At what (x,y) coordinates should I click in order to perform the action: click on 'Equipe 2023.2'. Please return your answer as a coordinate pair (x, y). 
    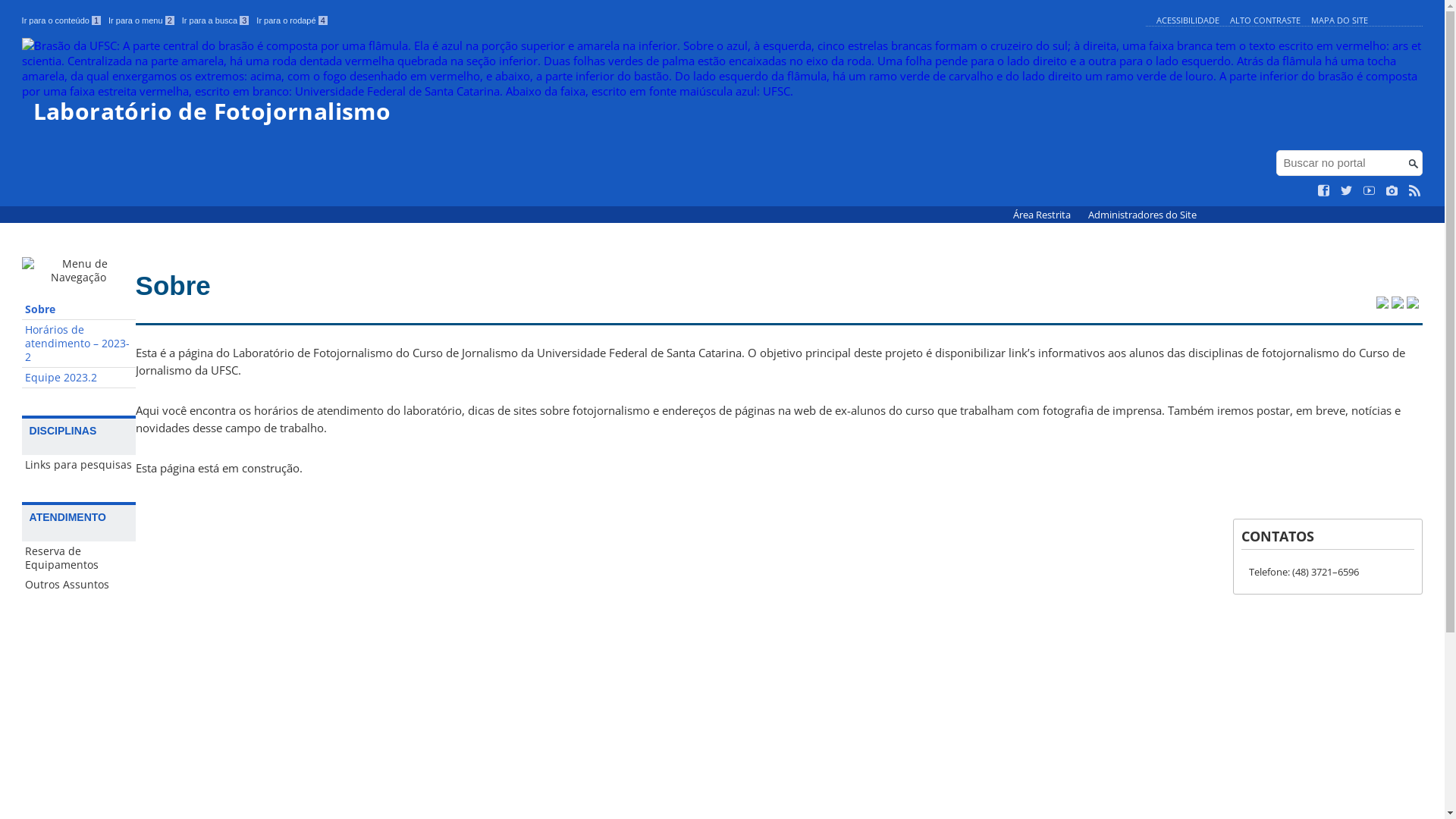
    Looking at the image, I should click on (78, 377).